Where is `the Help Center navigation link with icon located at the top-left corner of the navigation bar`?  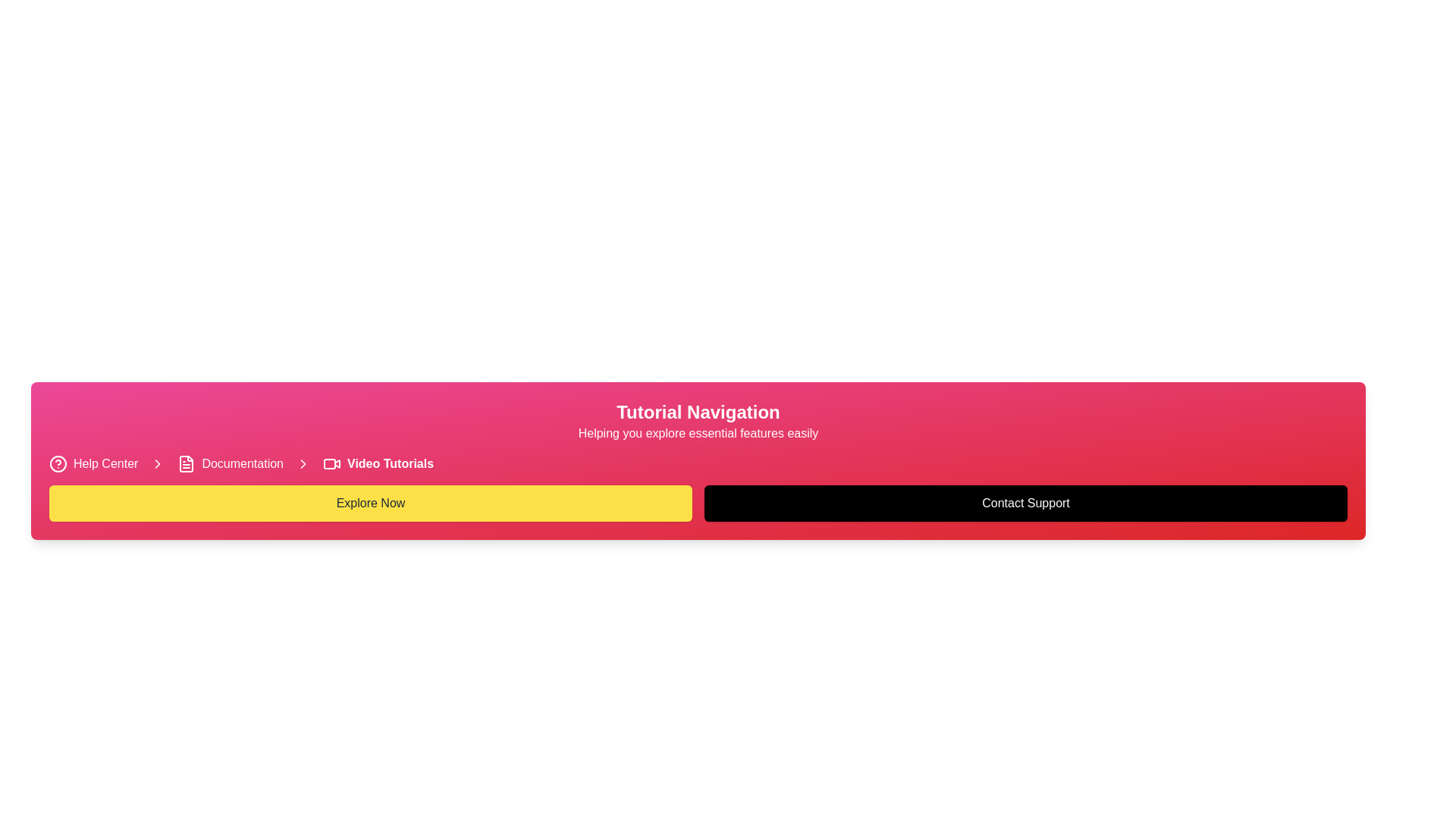 the Help Center navigation link with icon located at the top-left corner of the navigation bar is located at coordinates (93, 463).